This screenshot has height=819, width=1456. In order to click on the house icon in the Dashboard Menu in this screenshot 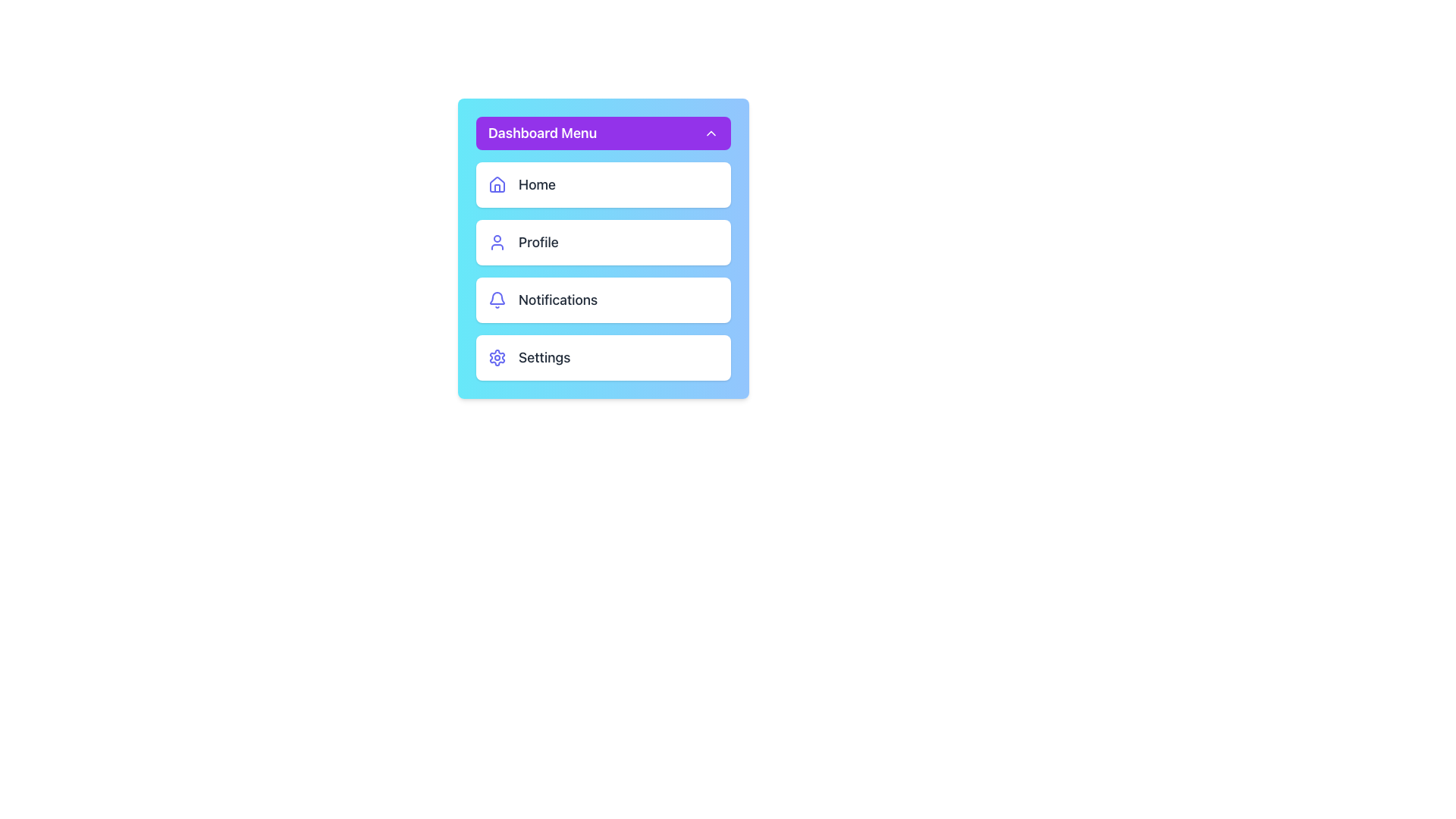, I will do `click(497, 184)`.